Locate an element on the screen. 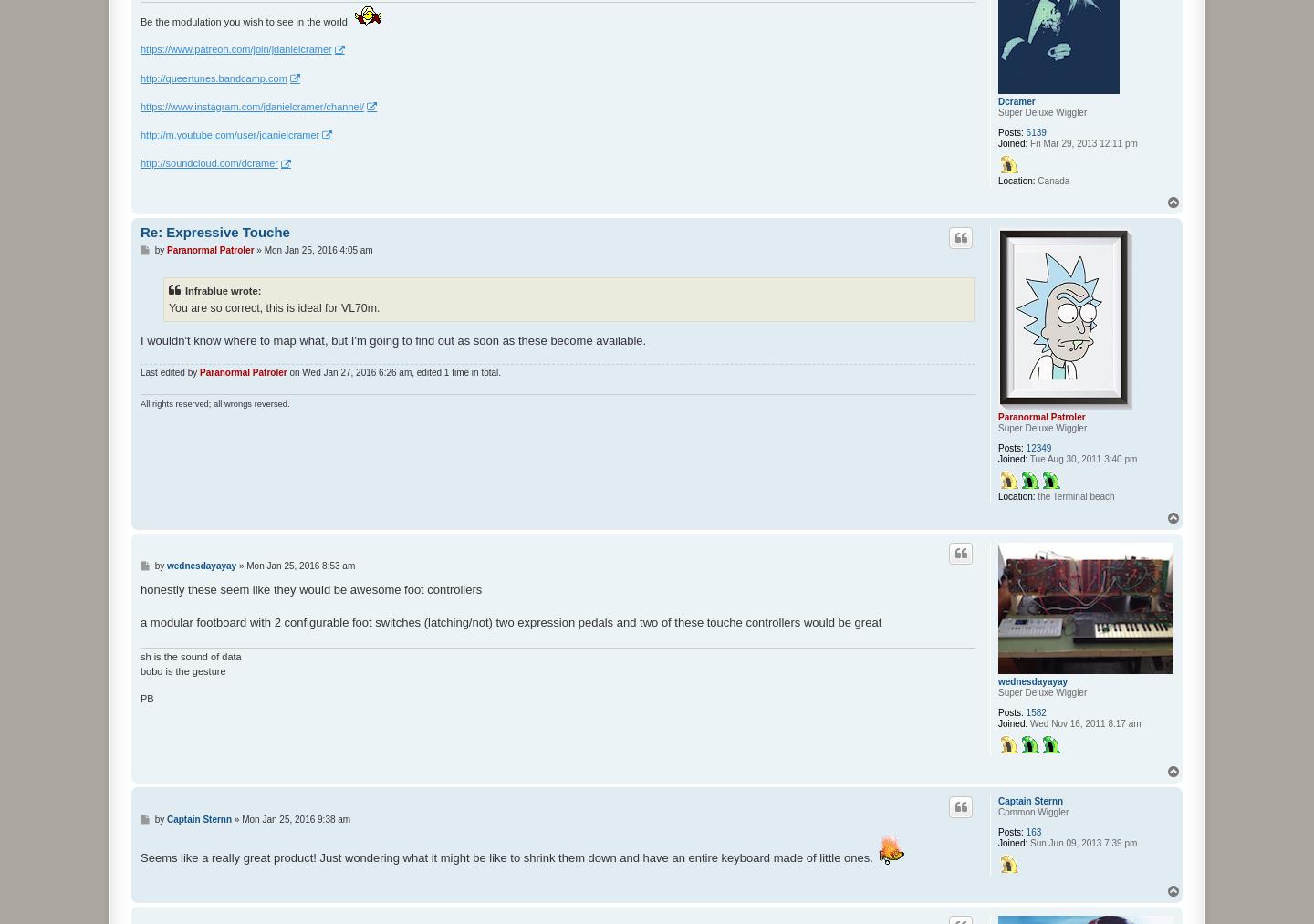  '12349' is located at coordinates (1038, 446).